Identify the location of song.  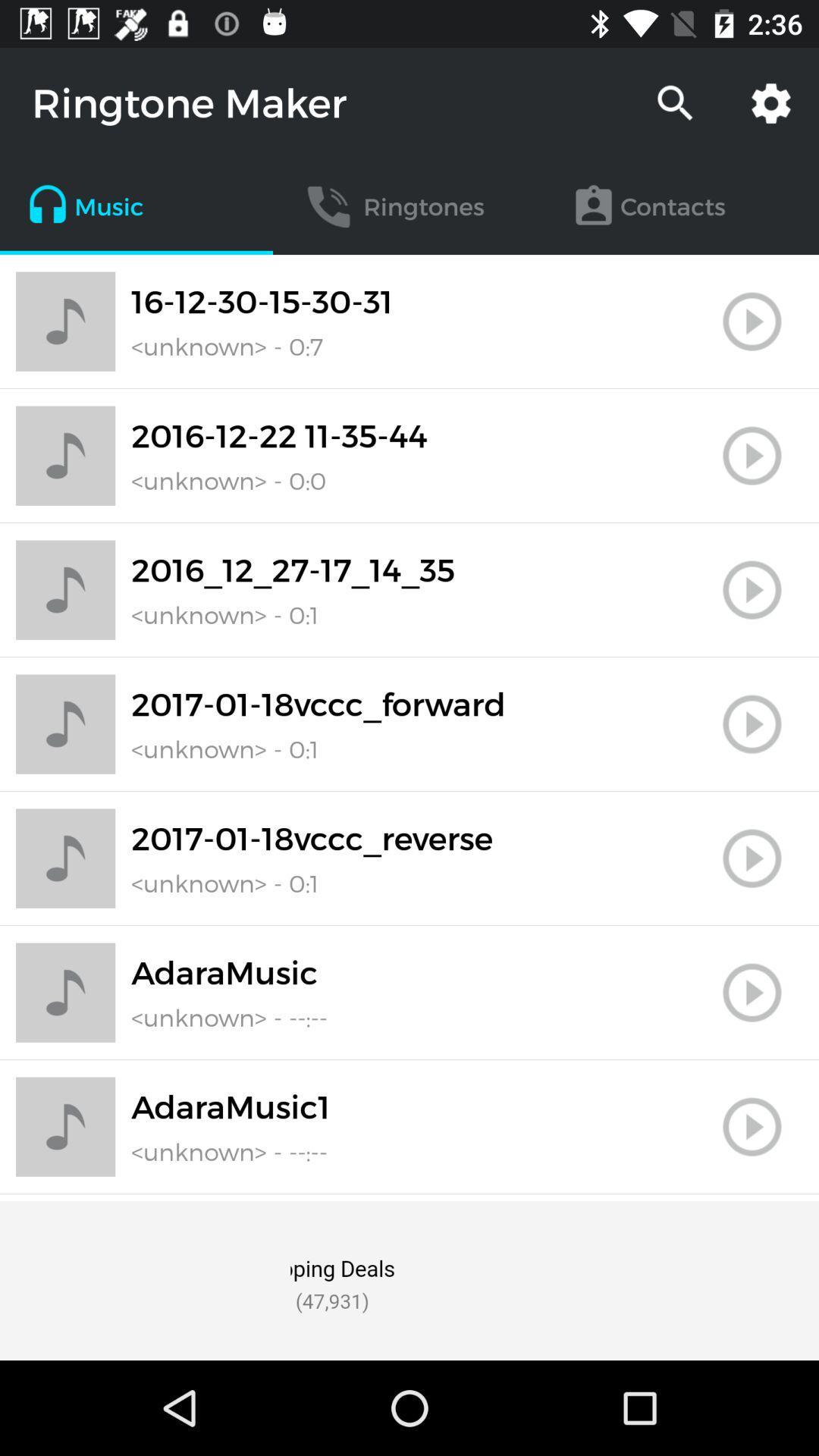
(752, 723).